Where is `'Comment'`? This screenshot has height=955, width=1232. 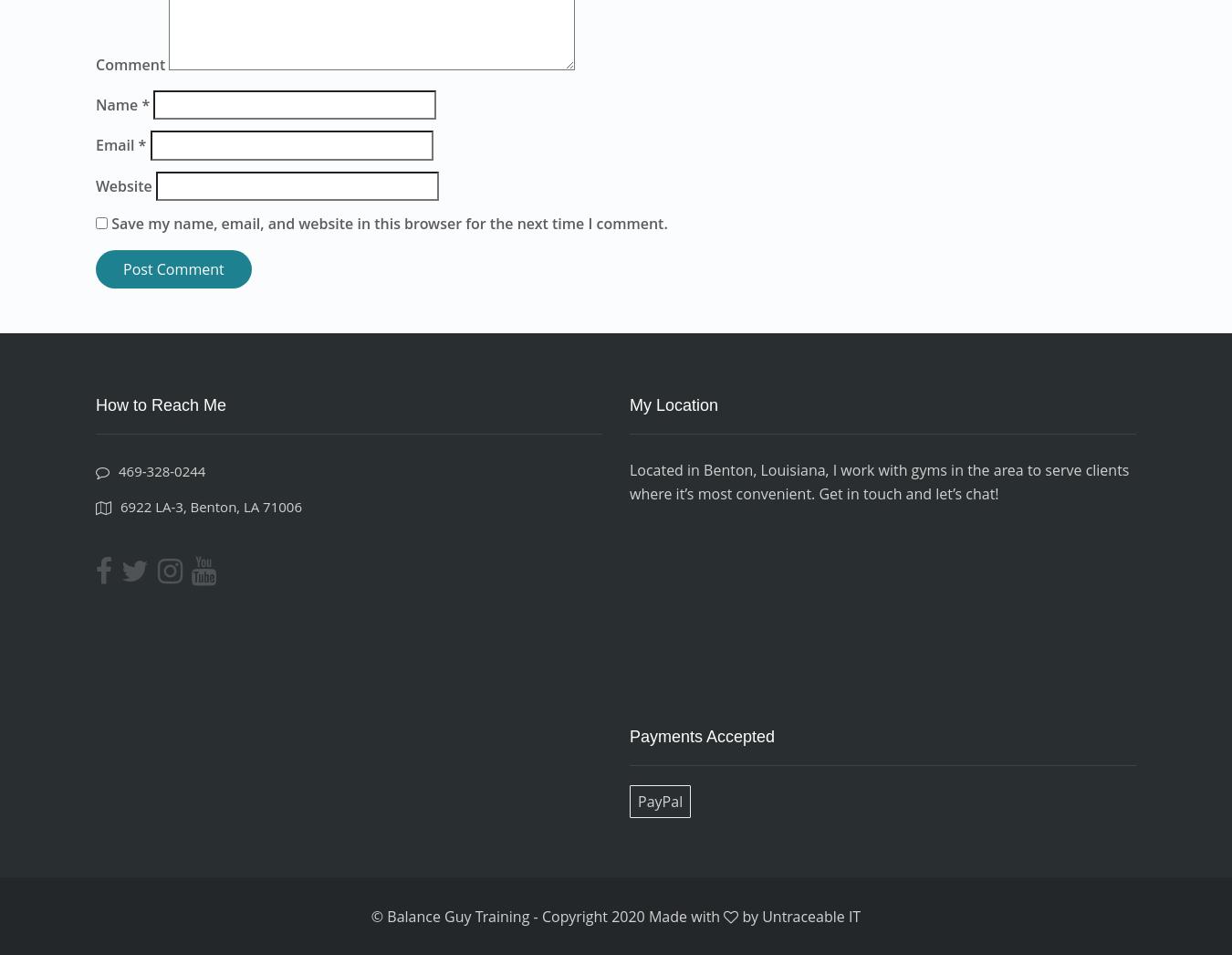
'Comment' is located at coordinates (130, 63).